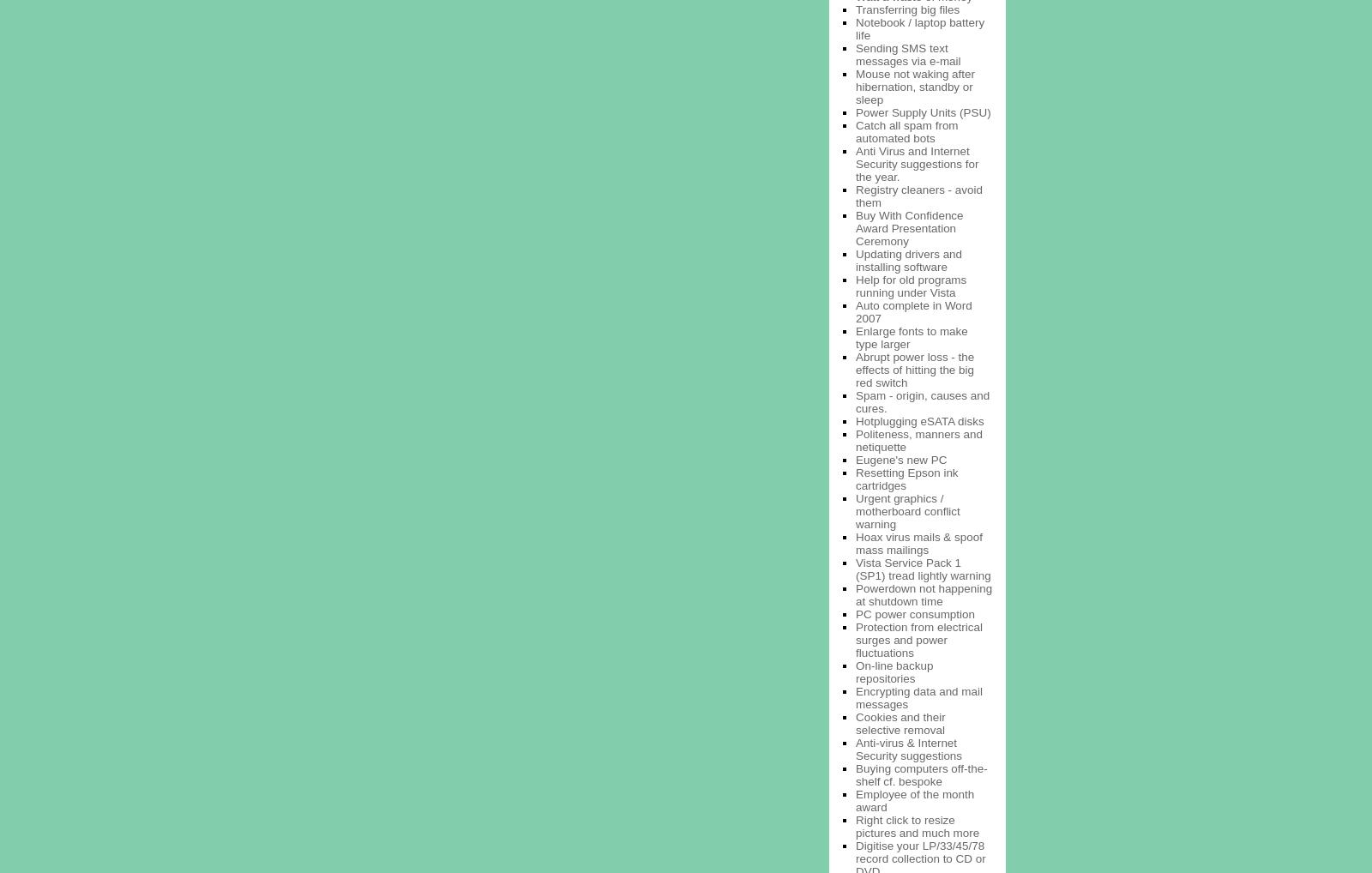 This screenshot has width=1372, height=873. I want to click on 'PC power consumption', so click(855, 612).